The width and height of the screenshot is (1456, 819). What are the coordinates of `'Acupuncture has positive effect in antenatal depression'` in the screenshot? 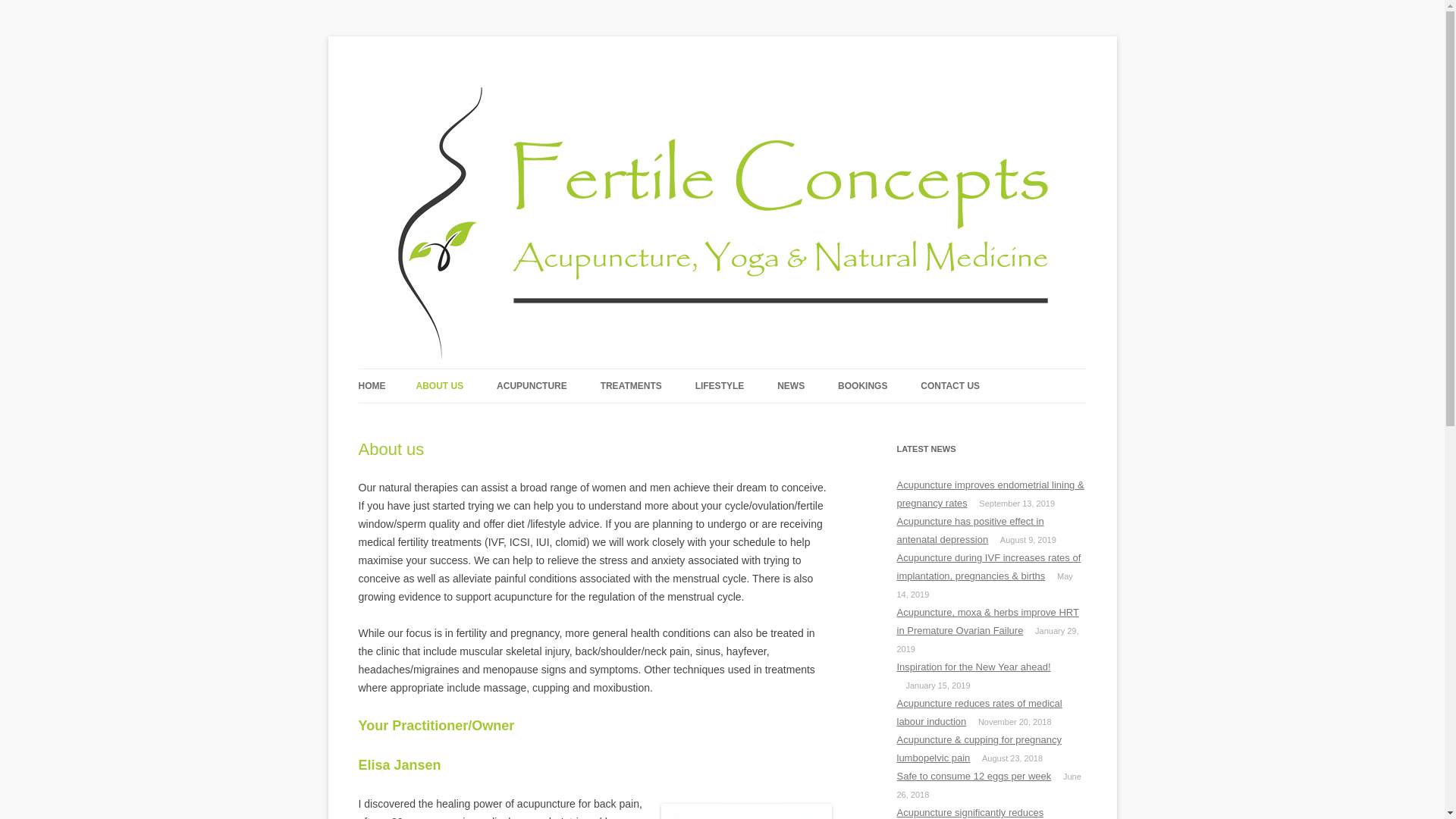 It's located at (896, 529).